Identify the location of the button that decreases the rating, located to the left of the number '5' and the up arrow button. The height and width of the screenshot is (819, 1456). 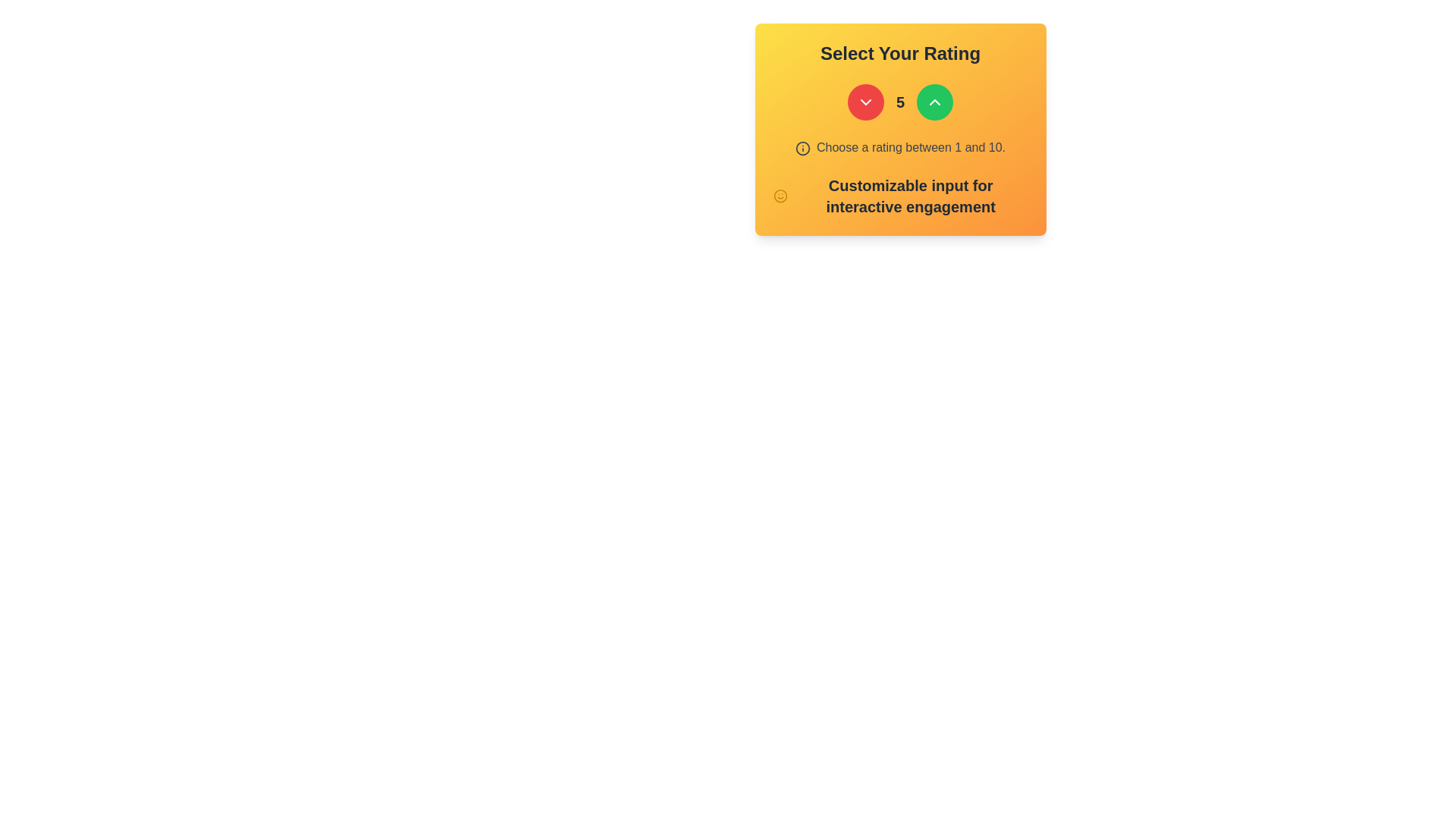
(866, 102).